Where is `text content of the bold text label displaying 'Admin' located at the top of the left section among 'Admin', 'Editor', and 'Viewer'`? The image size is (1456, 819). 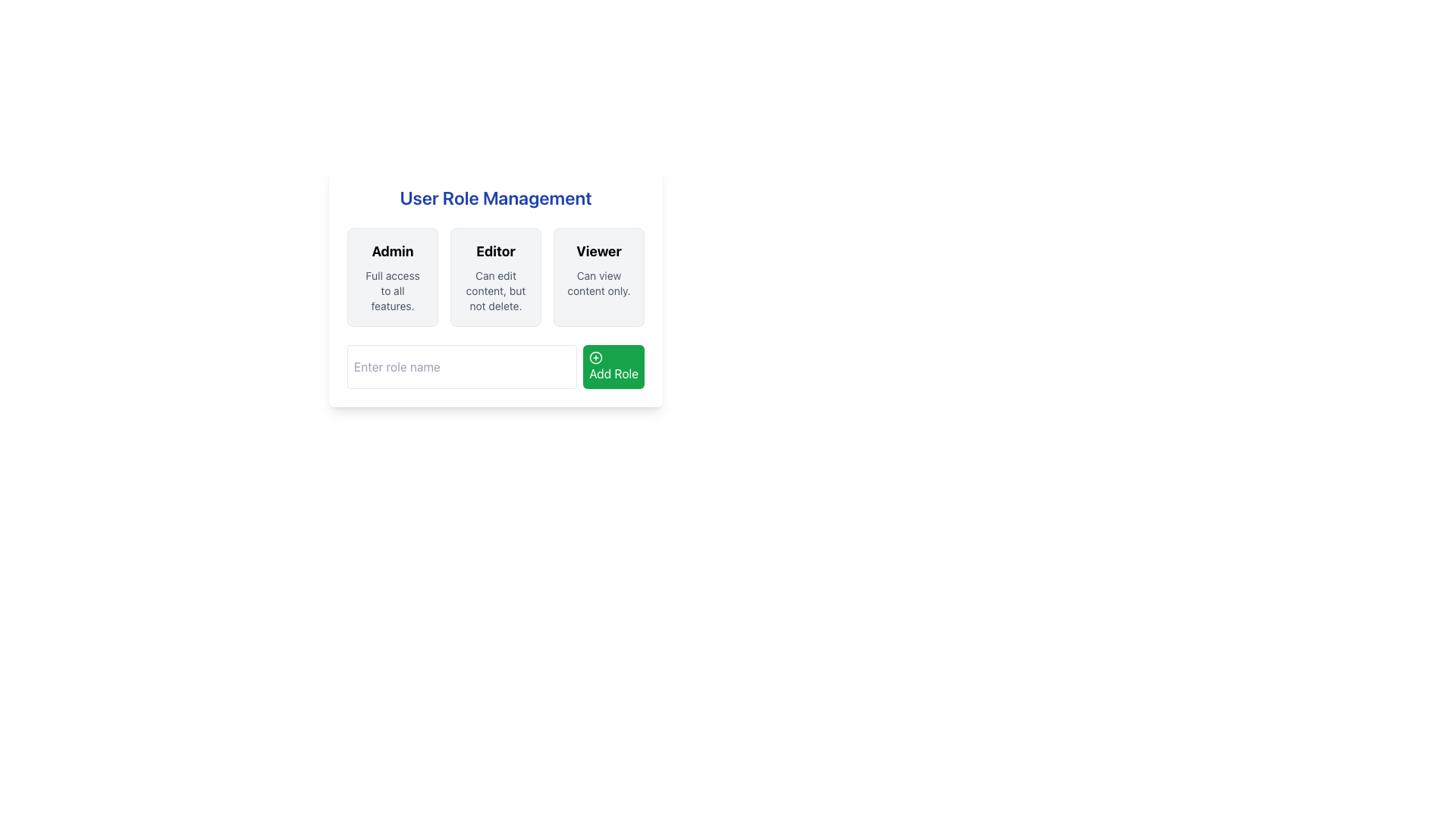
text content of the bold text label displaying 'Admin' located at the top of the left section among 'Admin', 'Editor', and 'Viewer' is located at coordinates (393, 250).